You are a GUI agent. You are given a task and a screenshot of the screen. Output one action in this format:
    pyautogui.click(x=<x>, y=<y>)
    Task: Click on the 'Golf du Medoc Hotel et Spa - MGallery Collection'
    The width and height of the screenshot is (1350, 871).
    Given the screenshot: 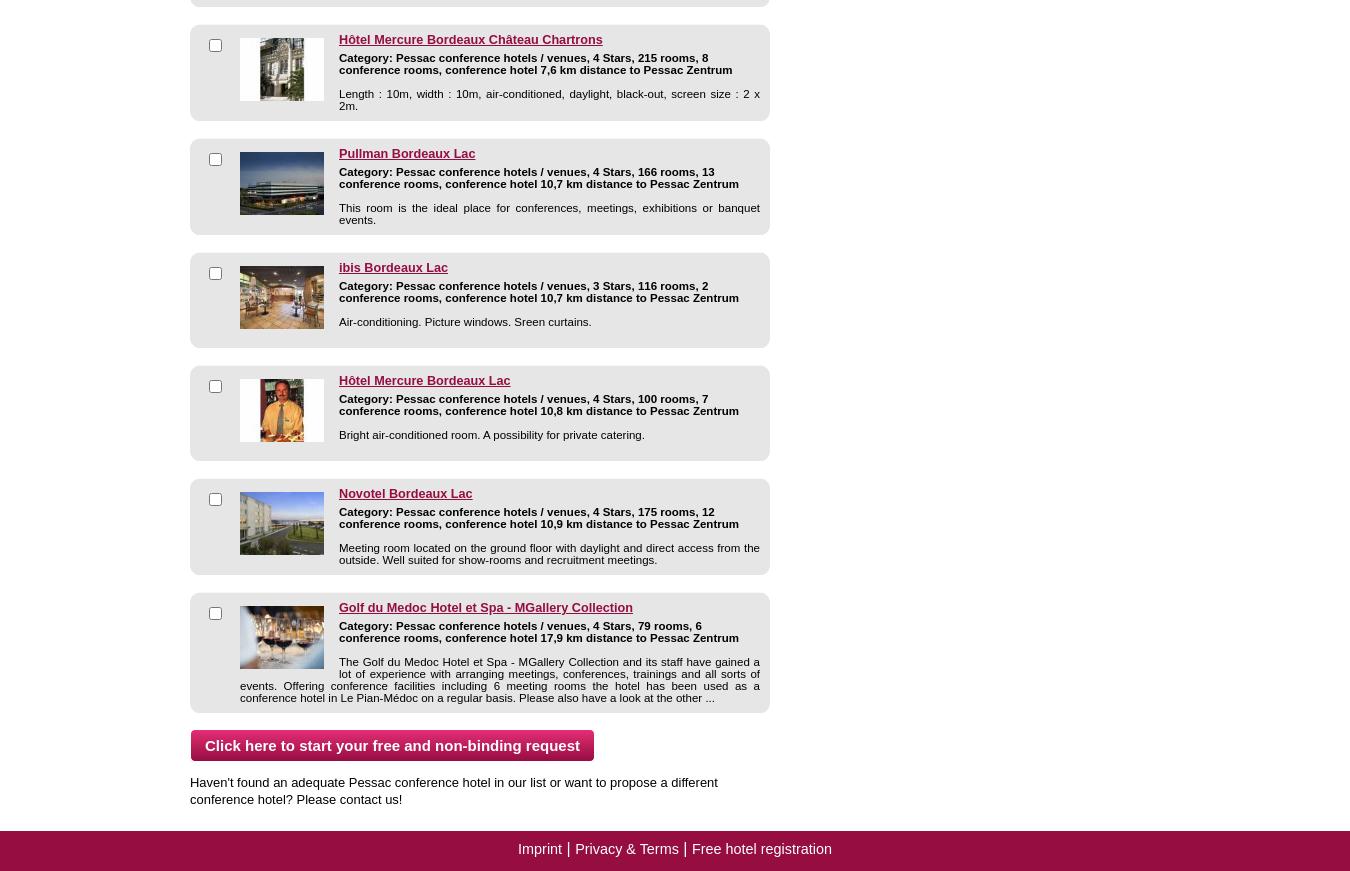 What is the action you would take?
    pyautogui.click(x=484, y=606)
    